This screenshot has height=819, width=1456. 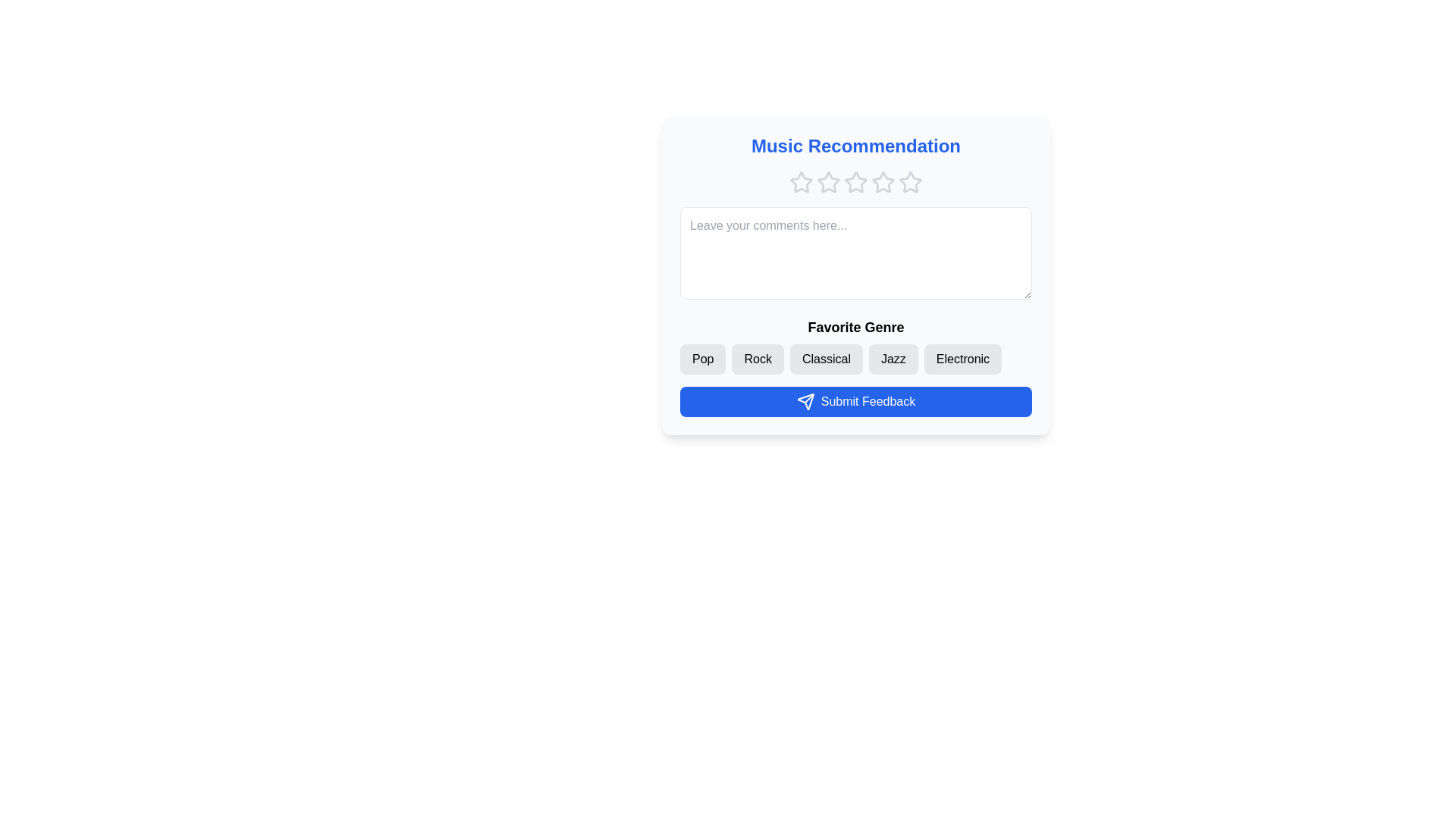 I want to click on the fifth star icon in the rating system, so click(x=910, y=181).